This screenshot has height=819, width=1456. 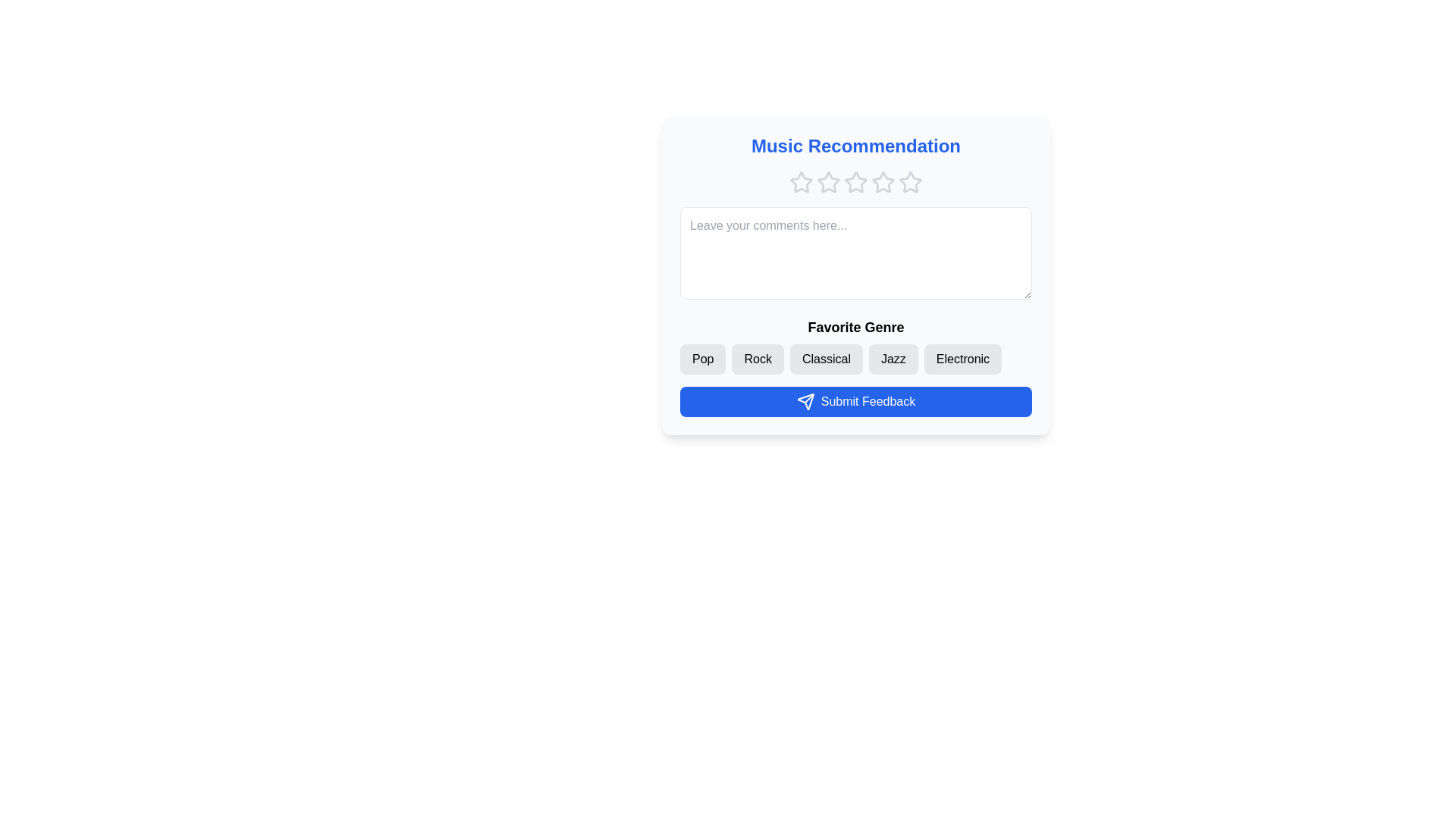 I want to click on the fifth star icon in the rating system, so click(x=910, y=181).